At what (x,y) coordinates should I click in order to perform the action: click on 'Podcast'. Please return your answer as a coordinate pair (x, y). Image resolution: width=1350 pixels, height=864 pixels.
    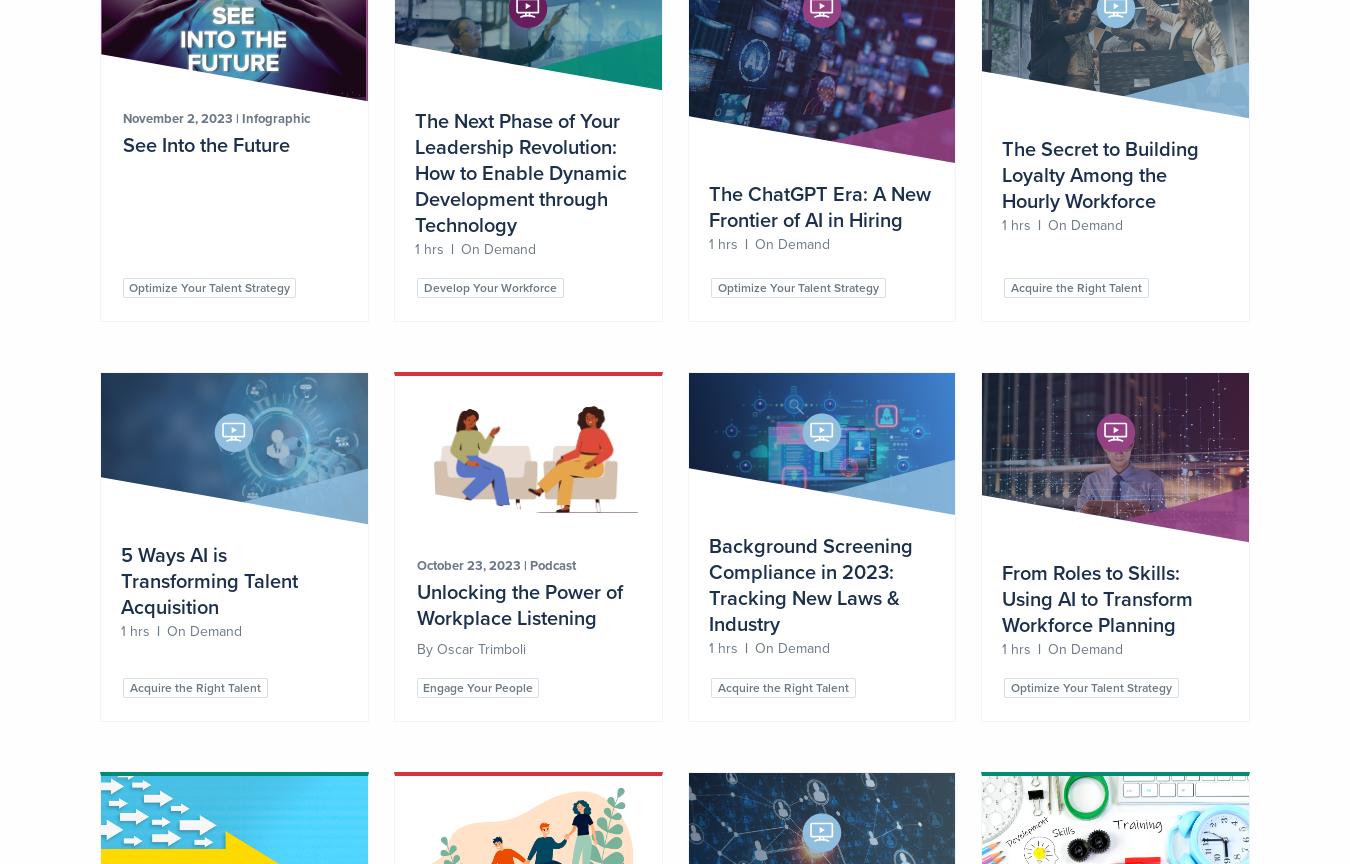
    Looking at the image, I should click on (551, 563).